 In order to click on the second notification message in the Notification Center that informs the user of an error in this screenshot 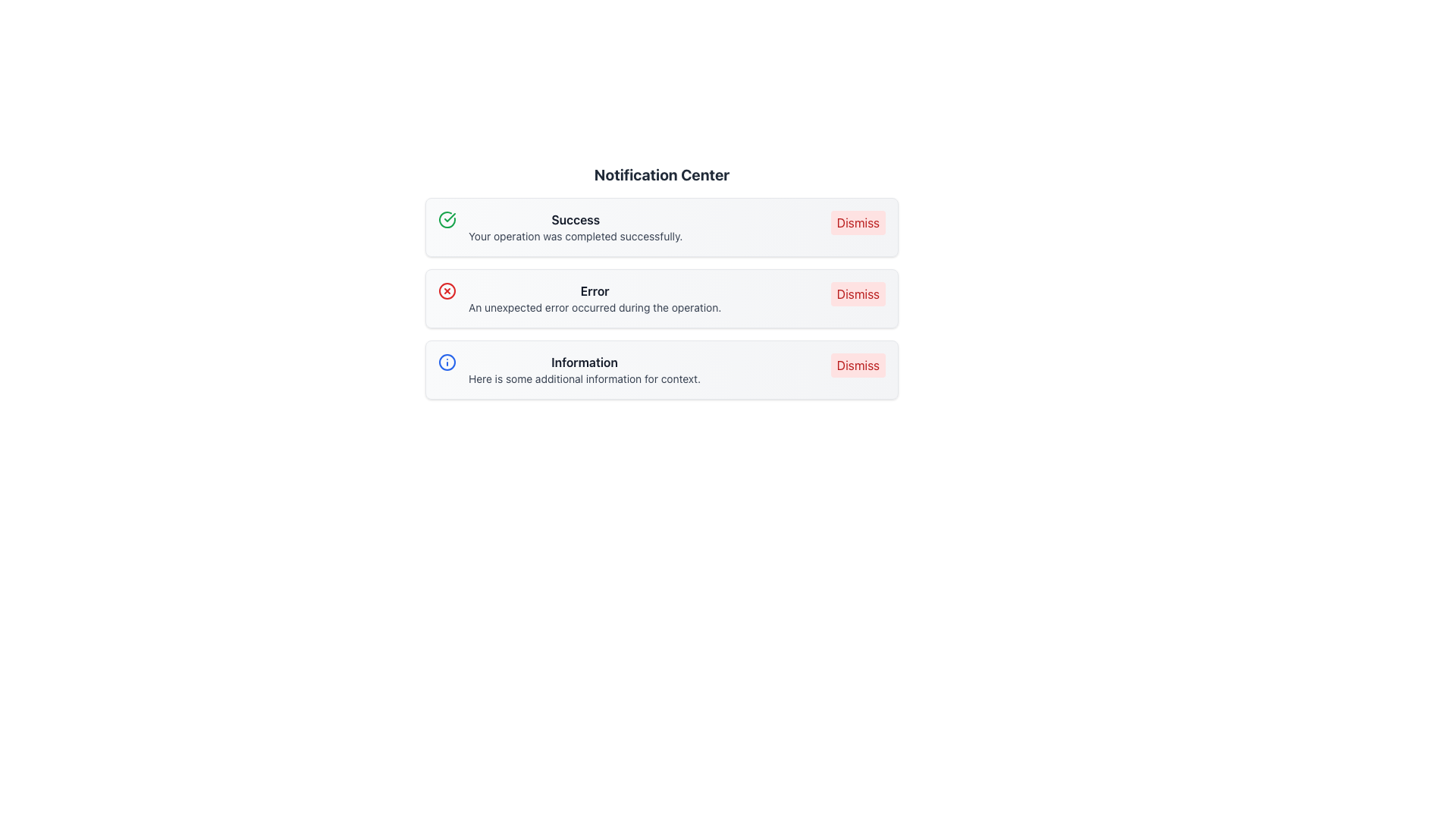, I will do `click(594, 298)`.